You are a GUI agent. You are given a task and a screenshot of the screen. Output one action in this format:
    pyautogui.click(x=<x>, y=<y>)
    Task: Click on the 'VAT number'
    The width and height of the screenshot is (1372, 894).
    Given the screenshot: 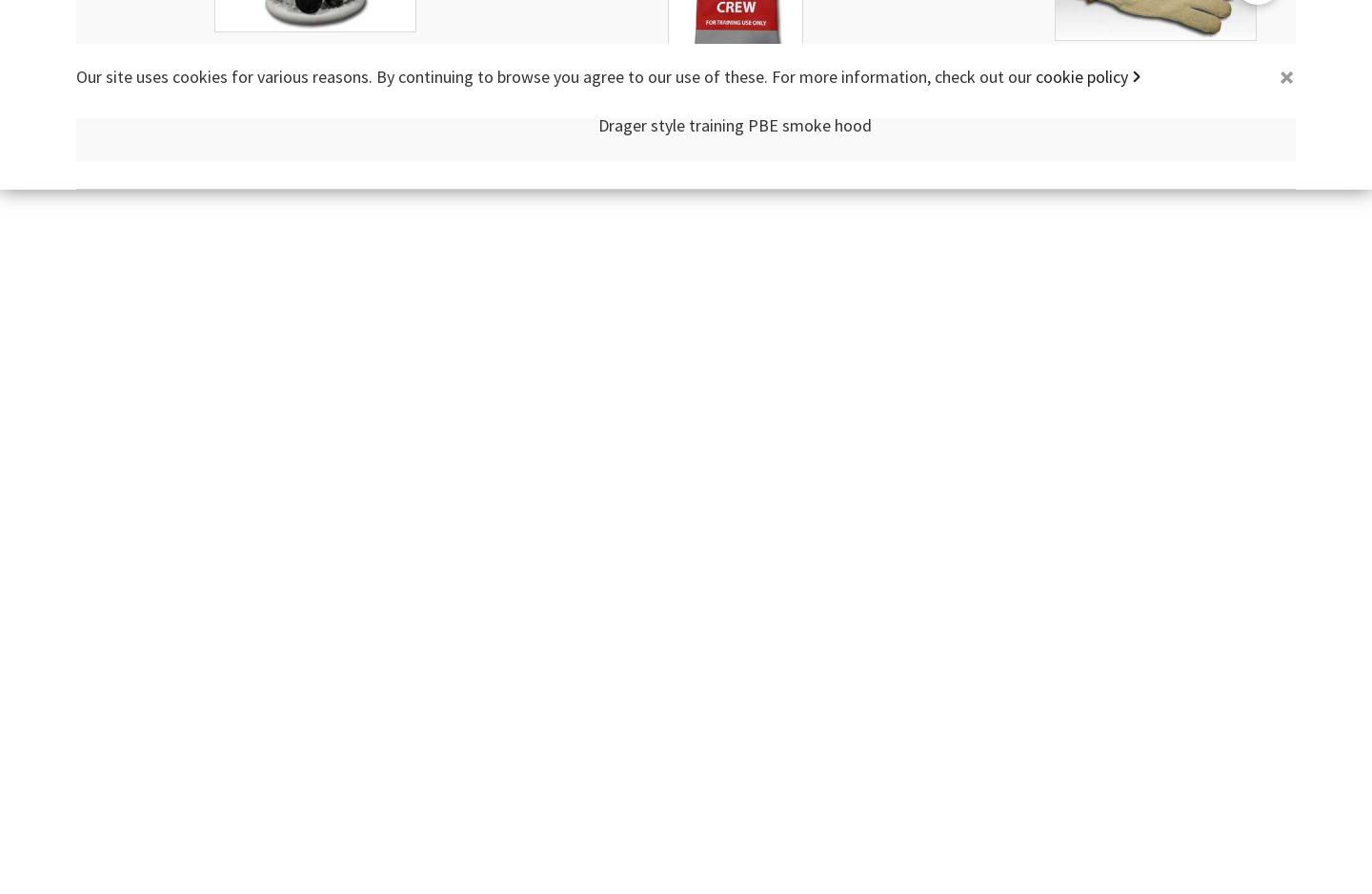 What is the action you would take?
    pyautogui.click(x=657, y=95)
    